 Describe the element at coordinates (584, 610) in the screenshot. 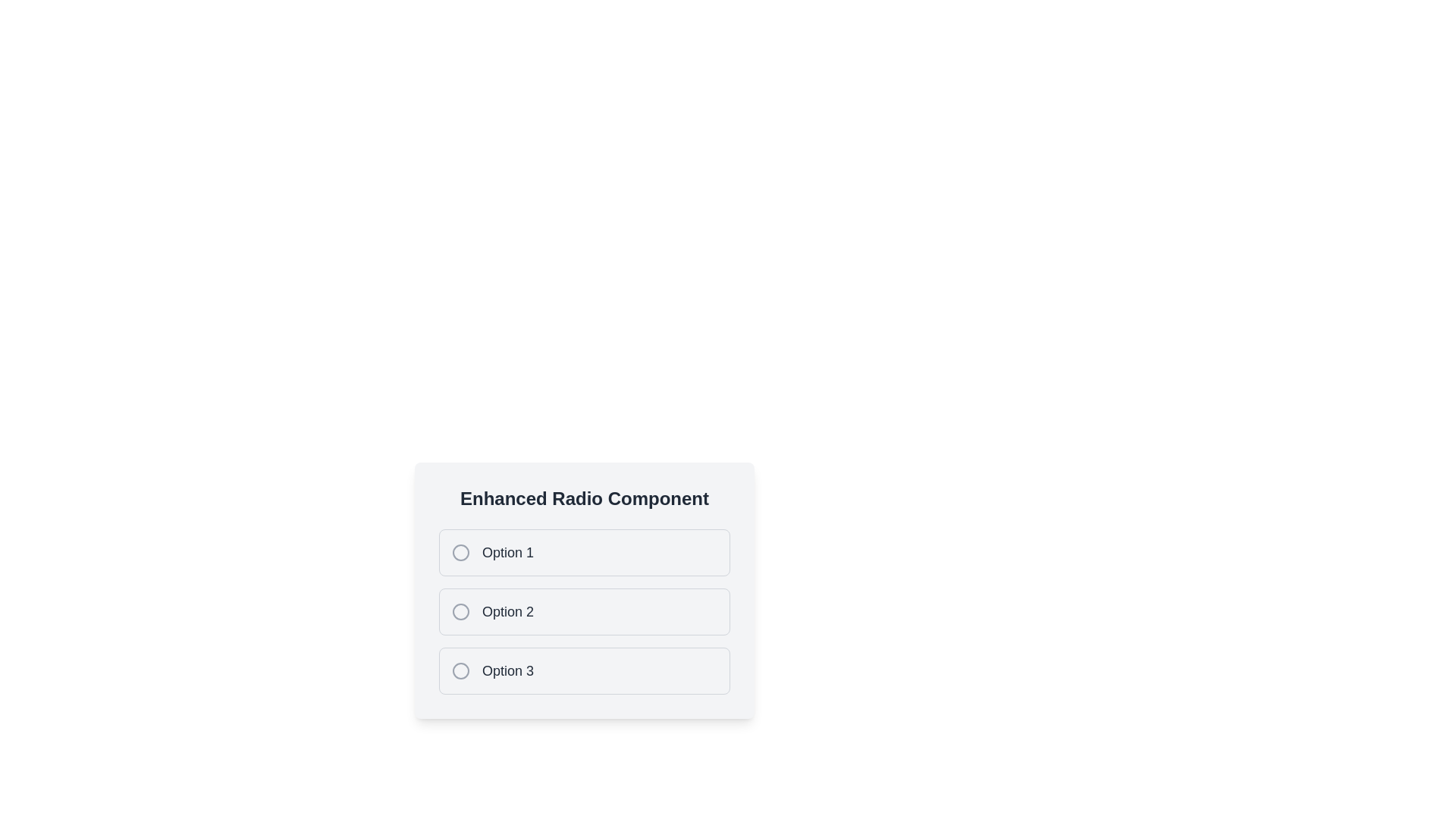

I see `the 'Option 2' radio button` at that location.